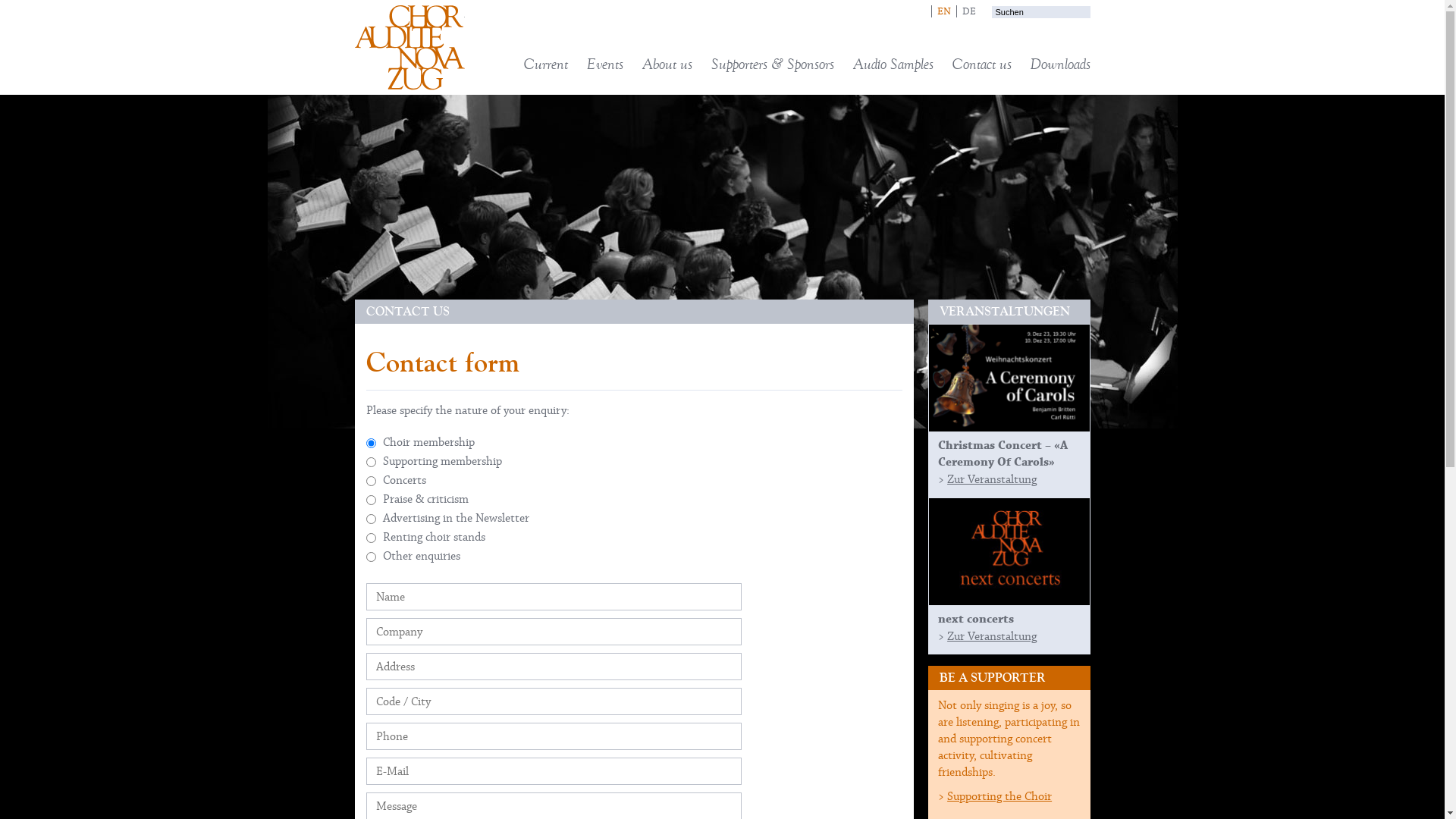 This screenshot has width=1456, height=819. Describe the element at coordinates (1059, 63) in the screenshot. I see `'Downloads'` at that location.